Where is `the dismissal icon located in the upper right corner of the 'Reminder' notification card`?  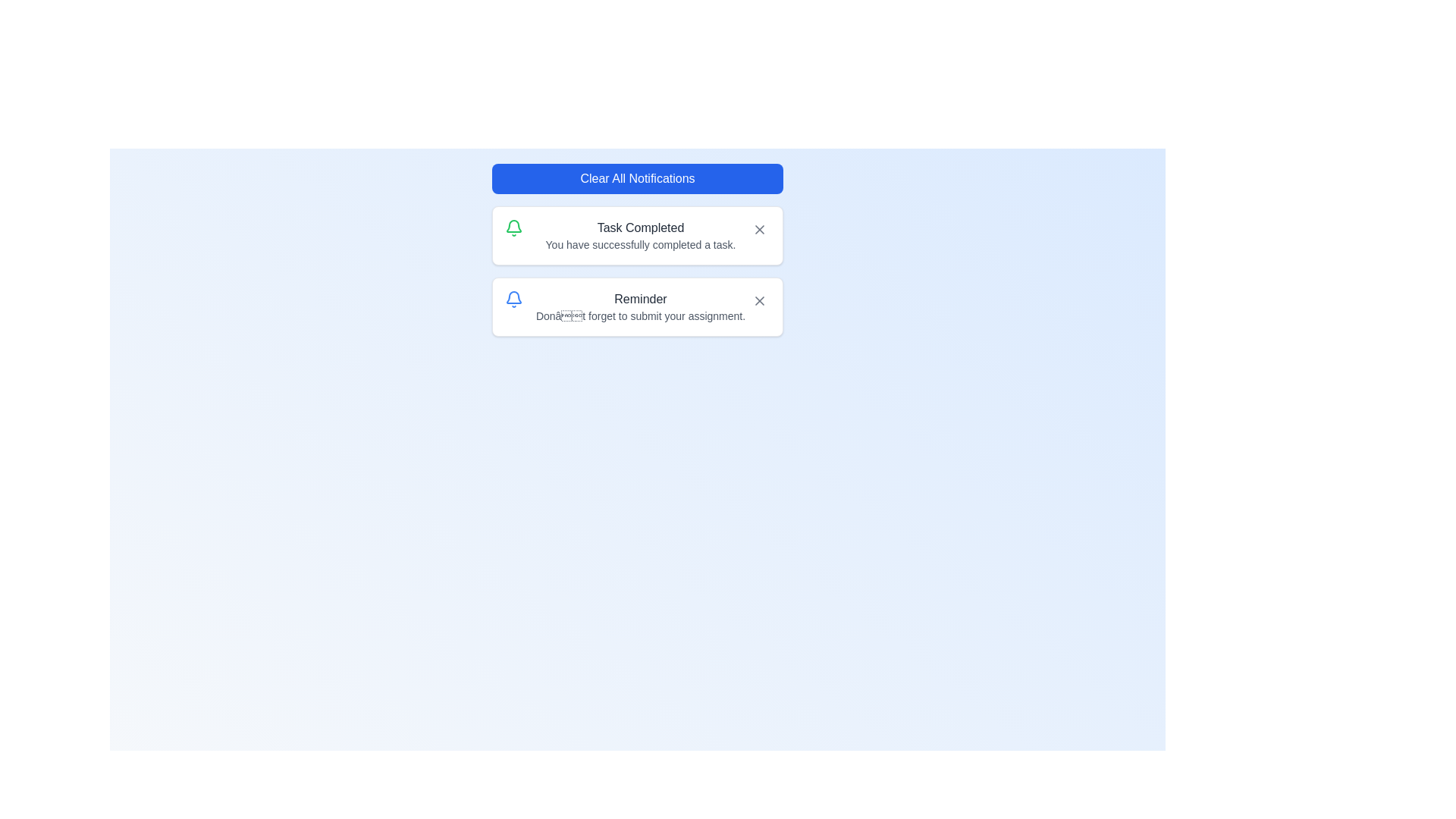
the dismissal icon located in the upper right corner of the 'Reminder' notification card is located at coordinates (760, 301).